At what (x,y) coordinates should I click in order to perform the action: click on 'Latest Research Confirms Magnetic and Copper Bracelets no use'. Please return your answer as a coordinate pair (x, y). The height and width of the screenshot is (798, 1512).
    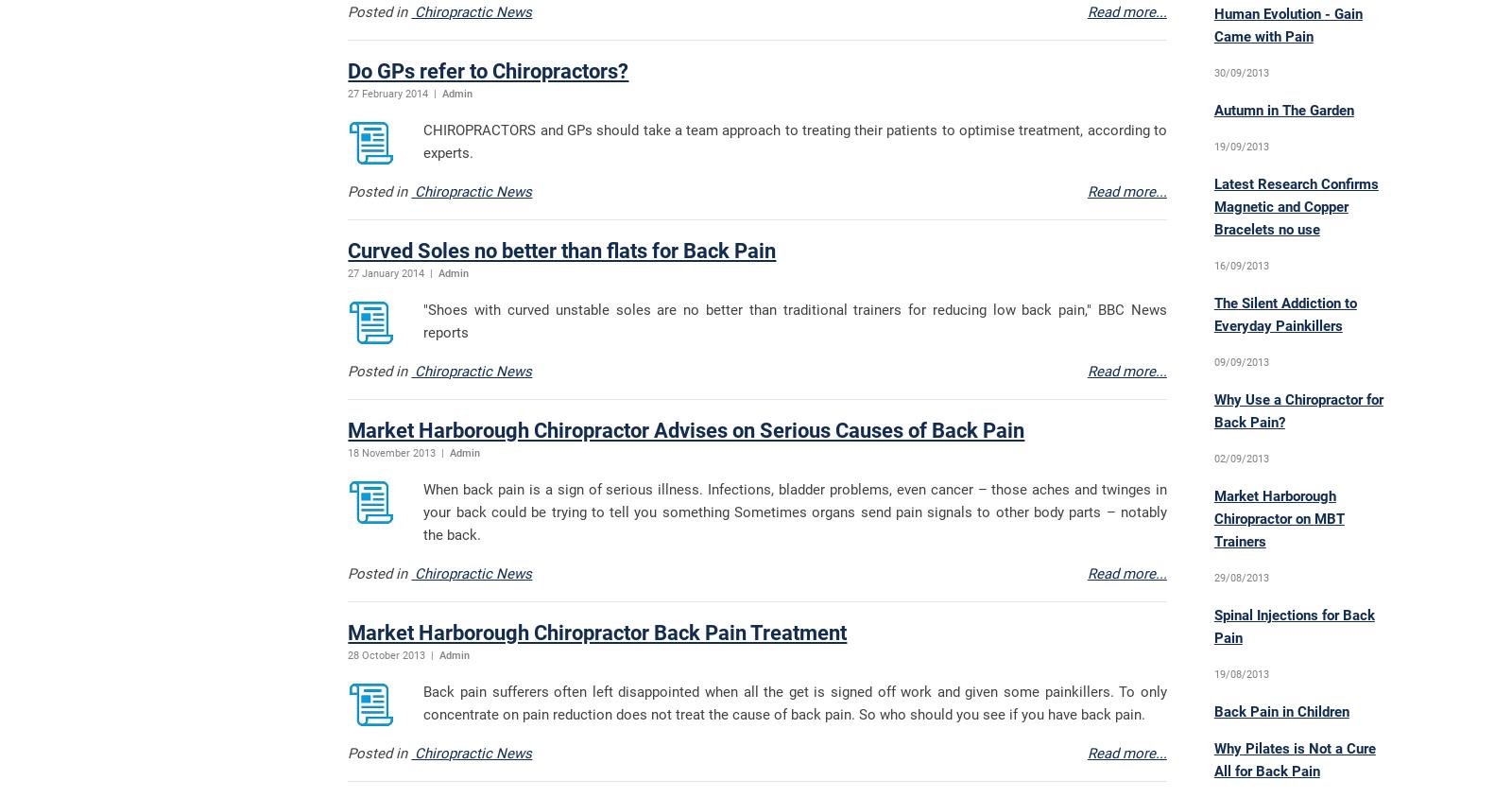
    Looking at the image, I should click on (1295, 206).